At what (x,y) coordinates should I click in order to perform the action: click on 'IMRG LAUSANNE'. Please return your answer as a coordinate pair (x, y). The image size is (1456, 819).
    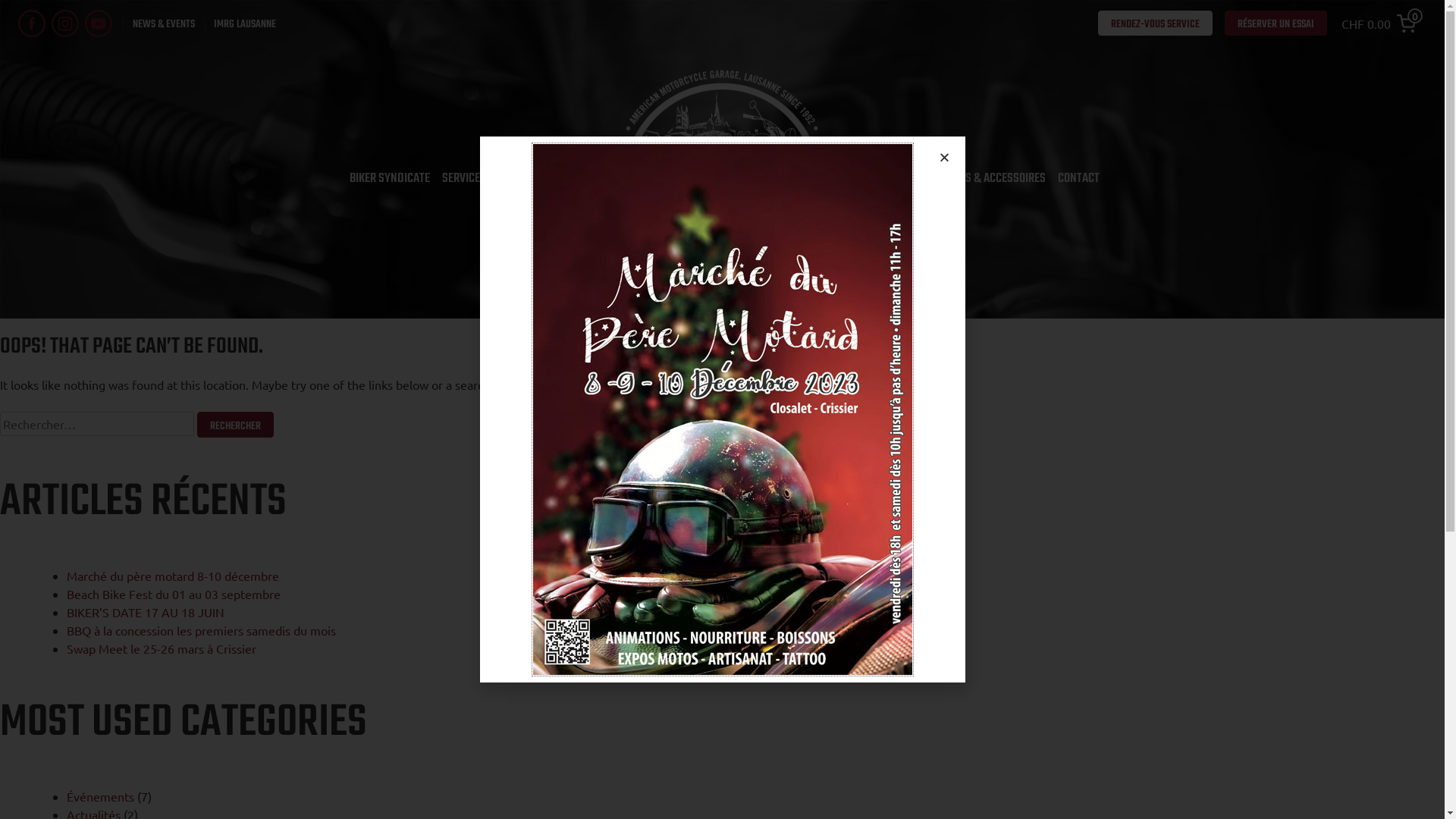
    Looking at the image, I should click on (239, 24).